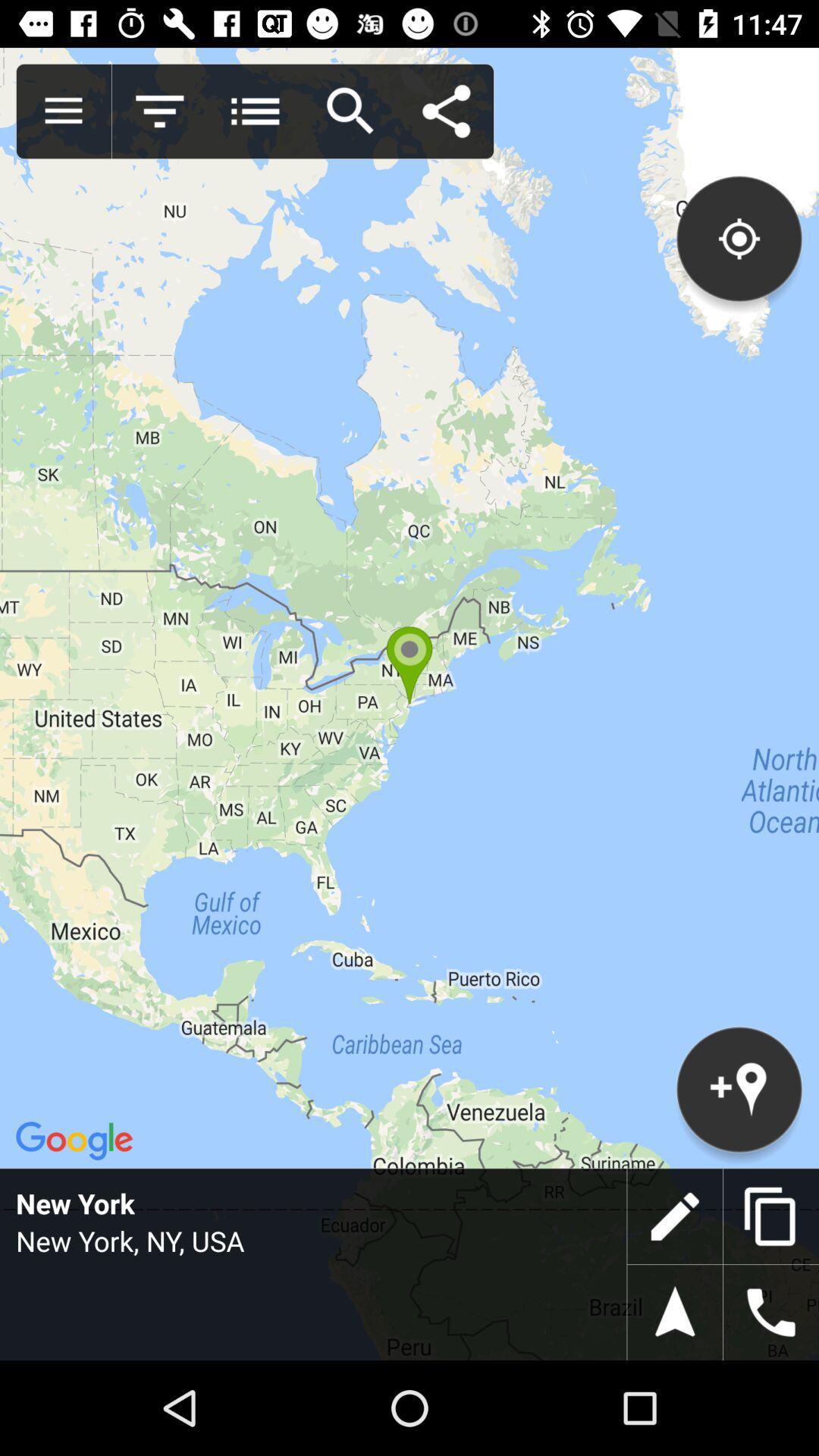 Image resolution: width=819 pixels, height=1456 pixels. I want to click on show all menu, so click(63, 111).